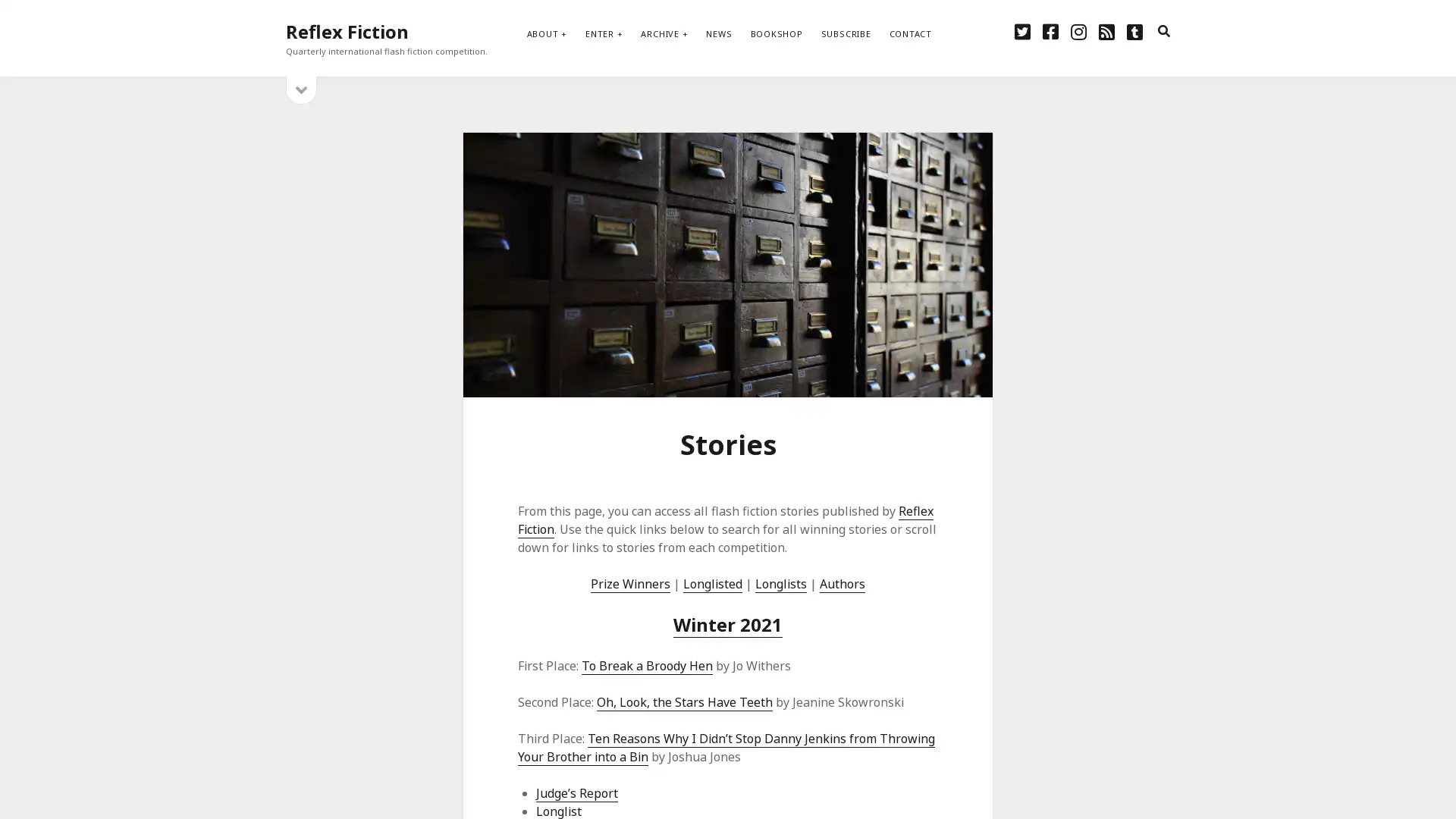  Describe the element at coordinates (1163, 32) in the screenshot. I see `search` at that location.